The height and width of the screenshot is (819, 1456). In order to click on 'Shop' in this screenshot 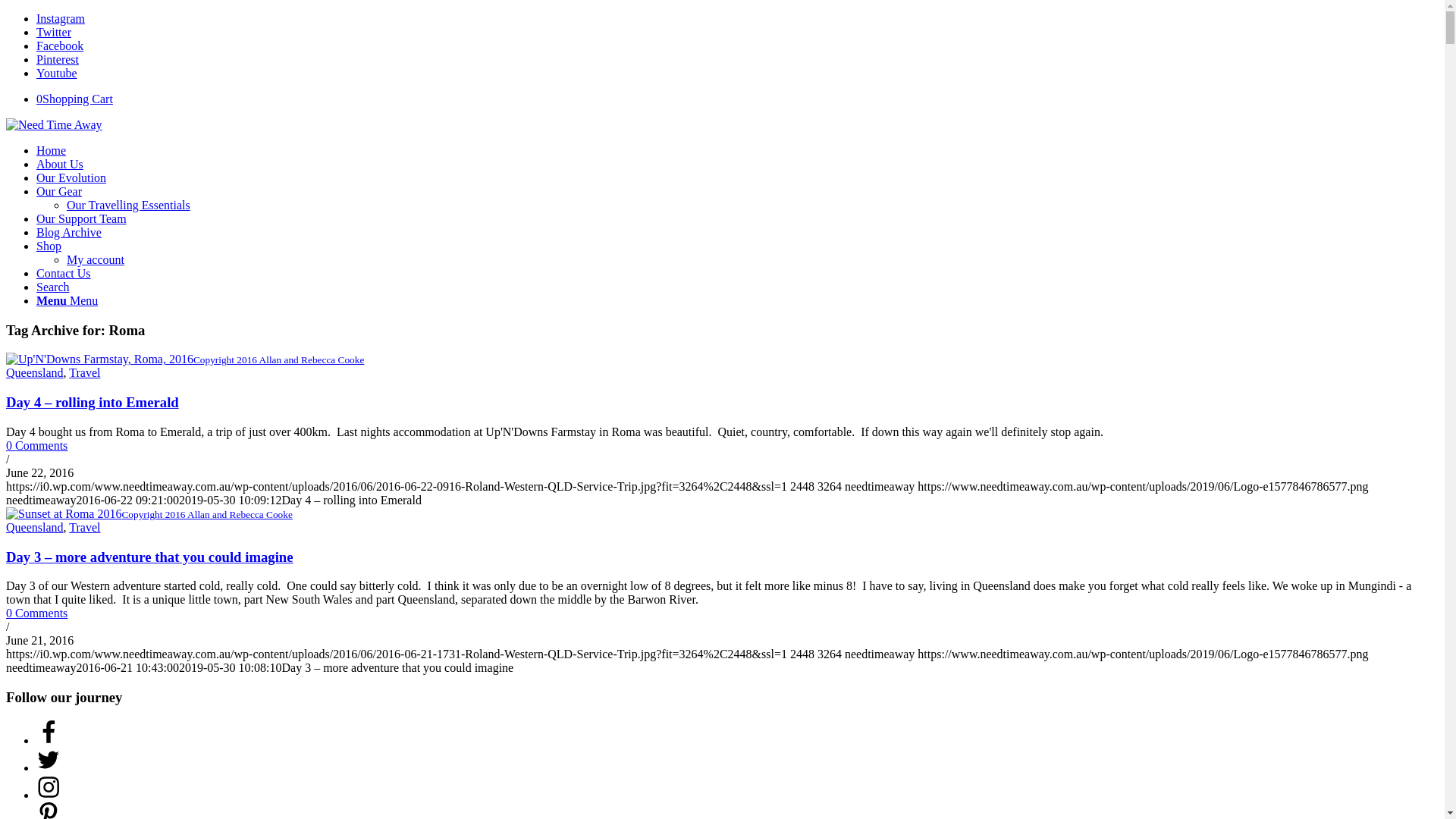, I will do `click(49, 245)`.